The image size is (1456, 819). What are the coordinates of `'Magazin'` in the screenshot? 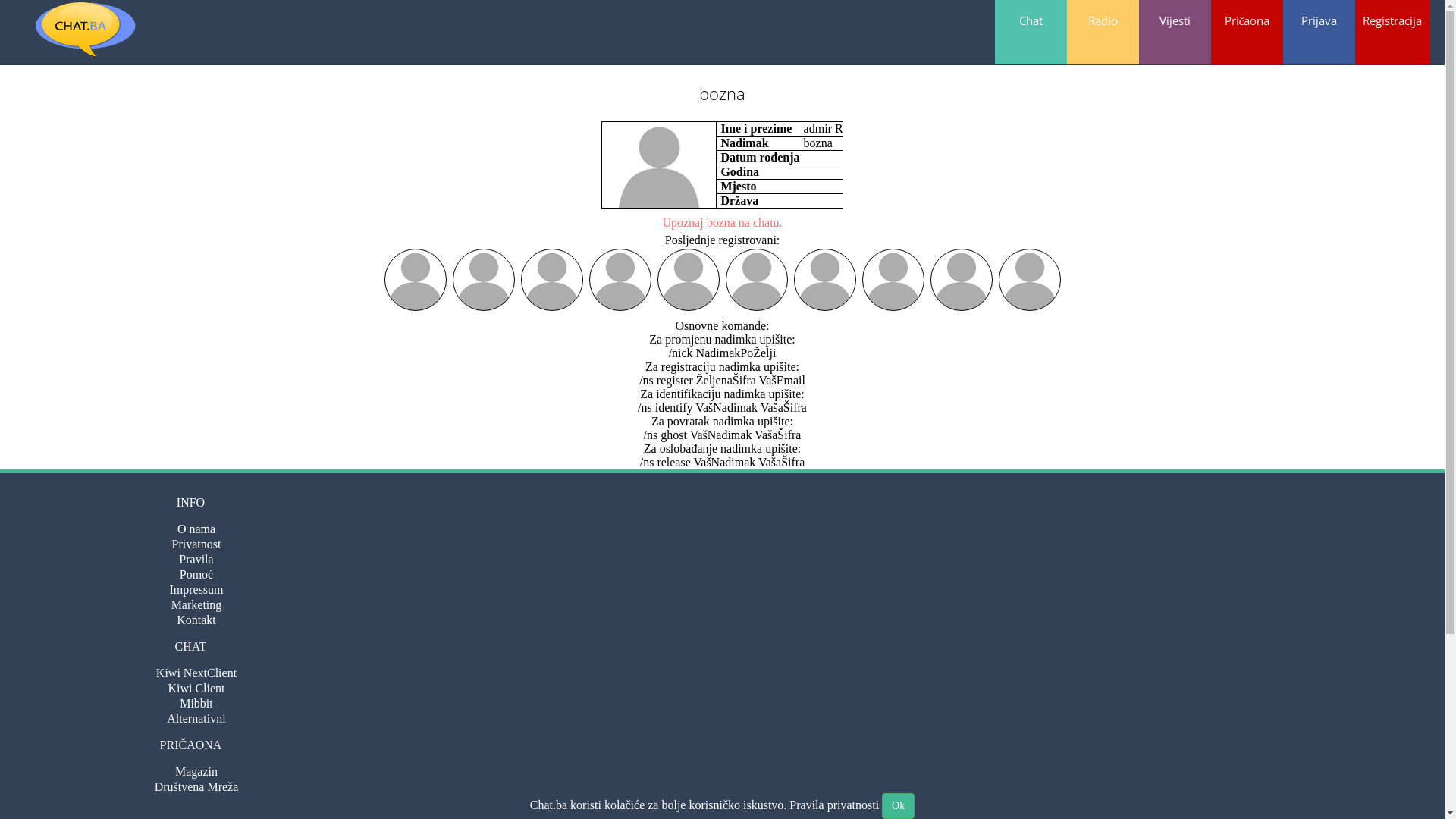 It's located at (196, 771).